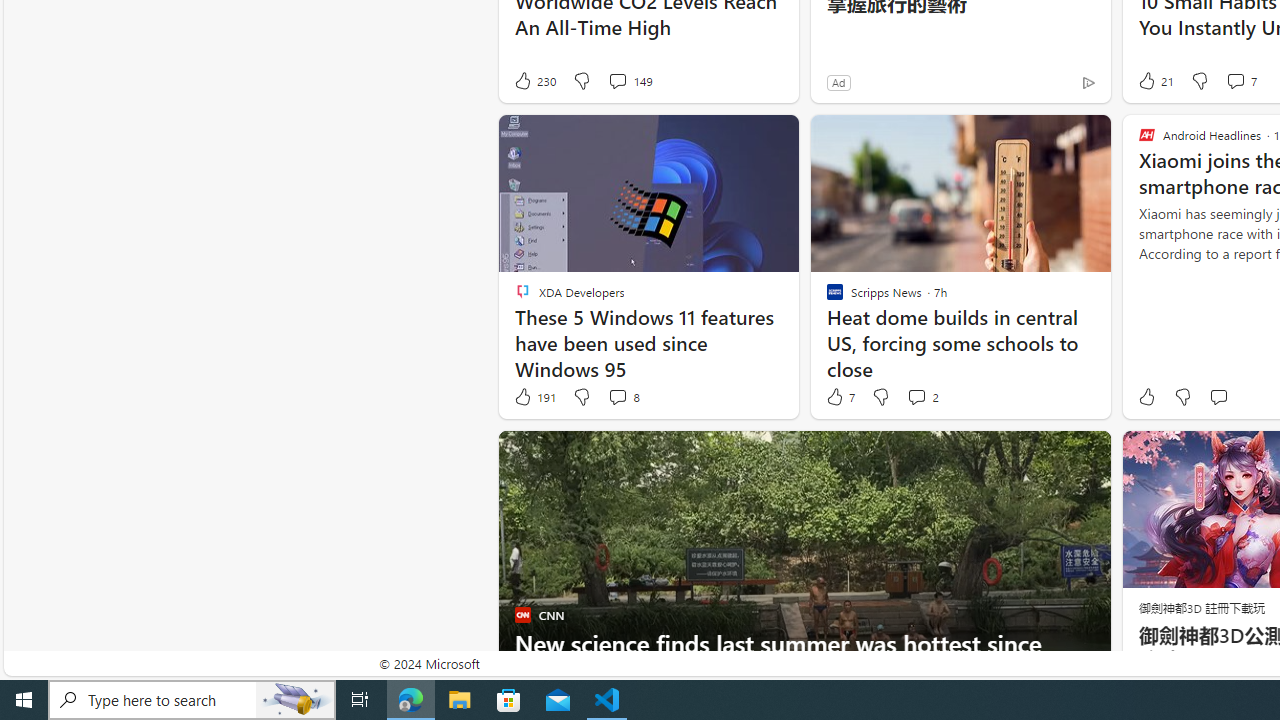 This screenshot has width=1280, height=720. I want to click on 'View comments 2 Comment', so click(915, 397).